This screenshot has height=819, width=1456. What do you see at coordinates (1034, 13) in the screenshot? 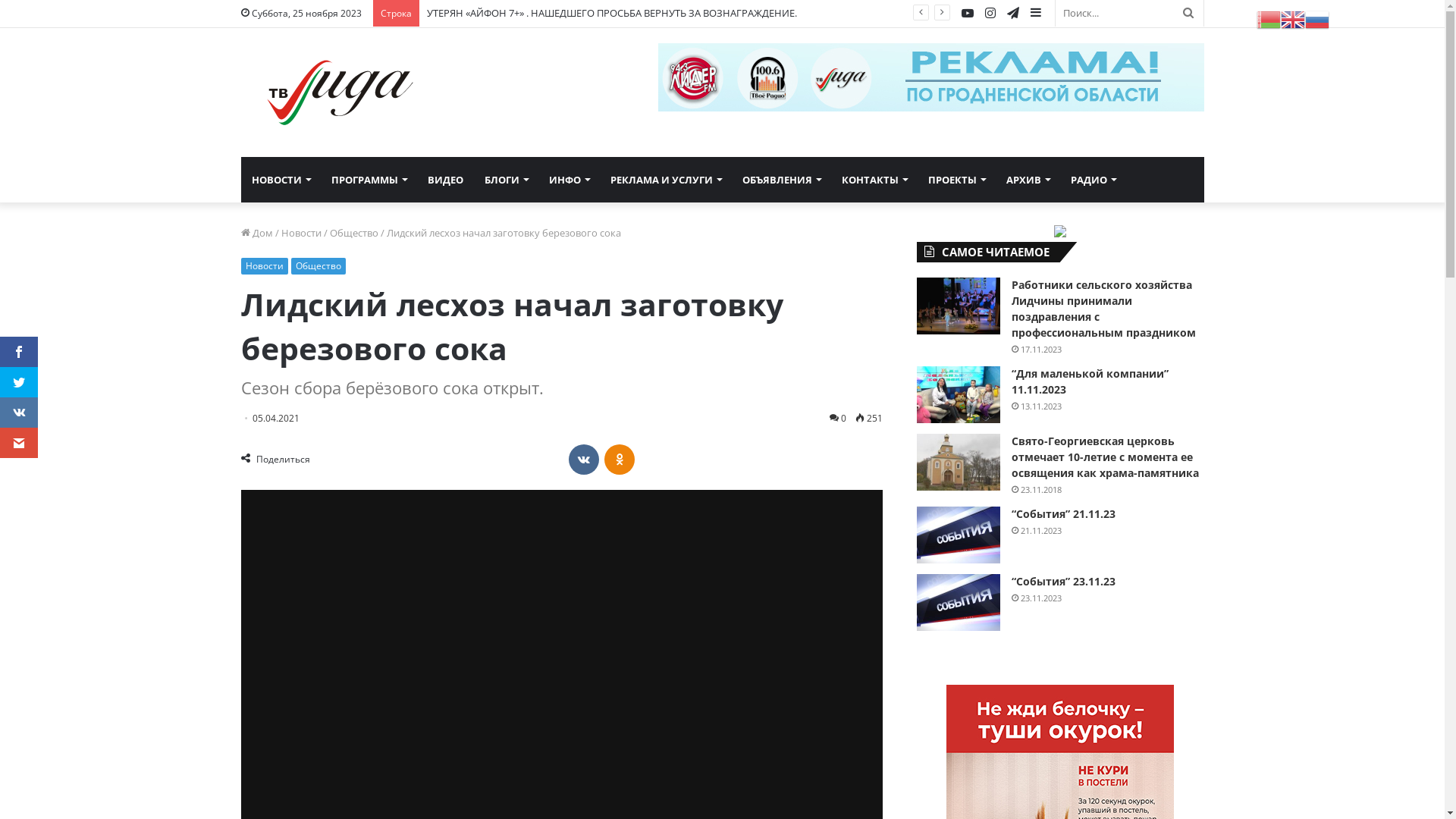
I see `'Sidebar'` at bounding box center [1034, 13].